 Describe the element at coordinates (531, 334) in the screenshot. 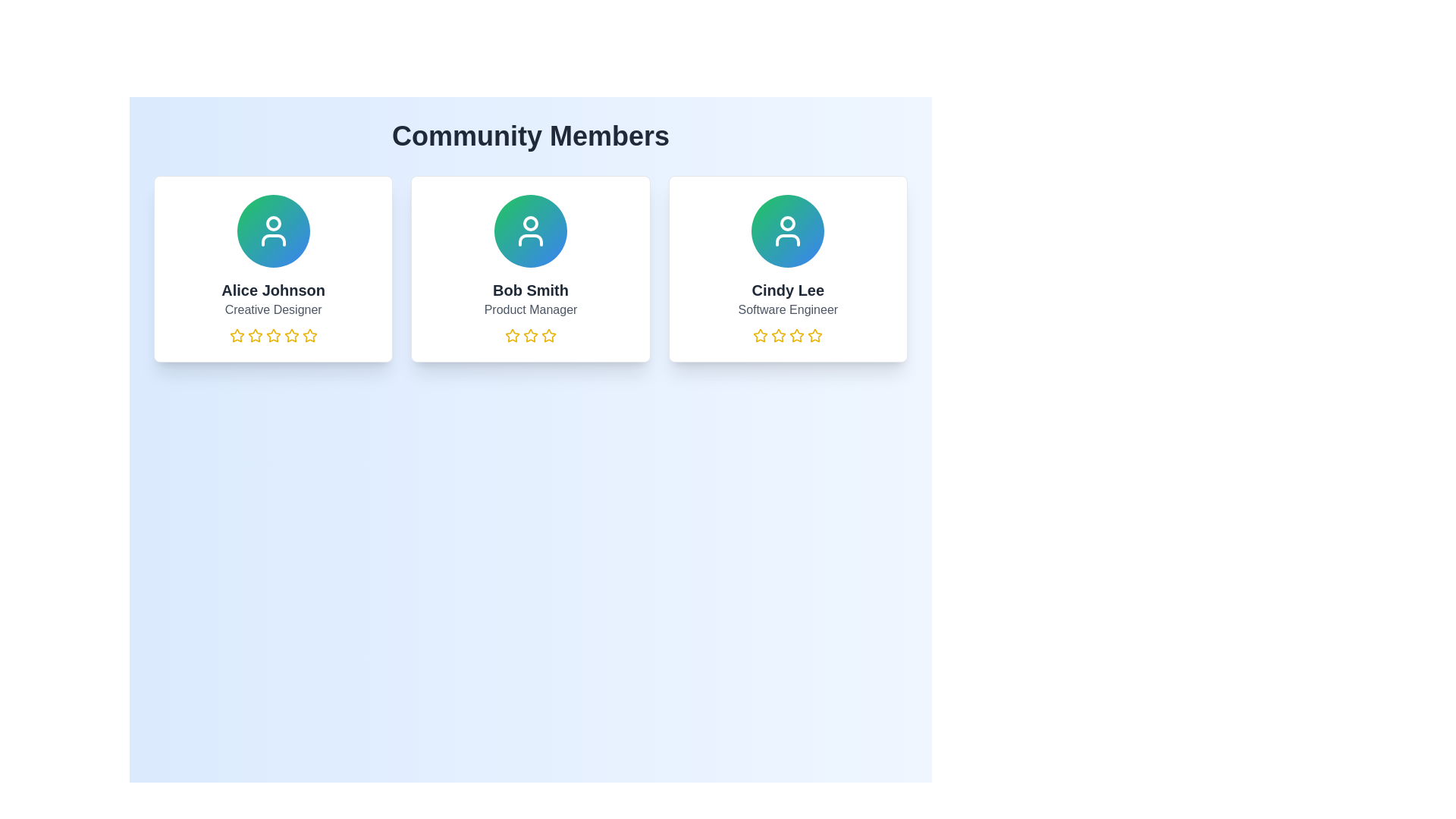

I see `the second star icon in the rating component of the 'Bob Smith' card` at that location.